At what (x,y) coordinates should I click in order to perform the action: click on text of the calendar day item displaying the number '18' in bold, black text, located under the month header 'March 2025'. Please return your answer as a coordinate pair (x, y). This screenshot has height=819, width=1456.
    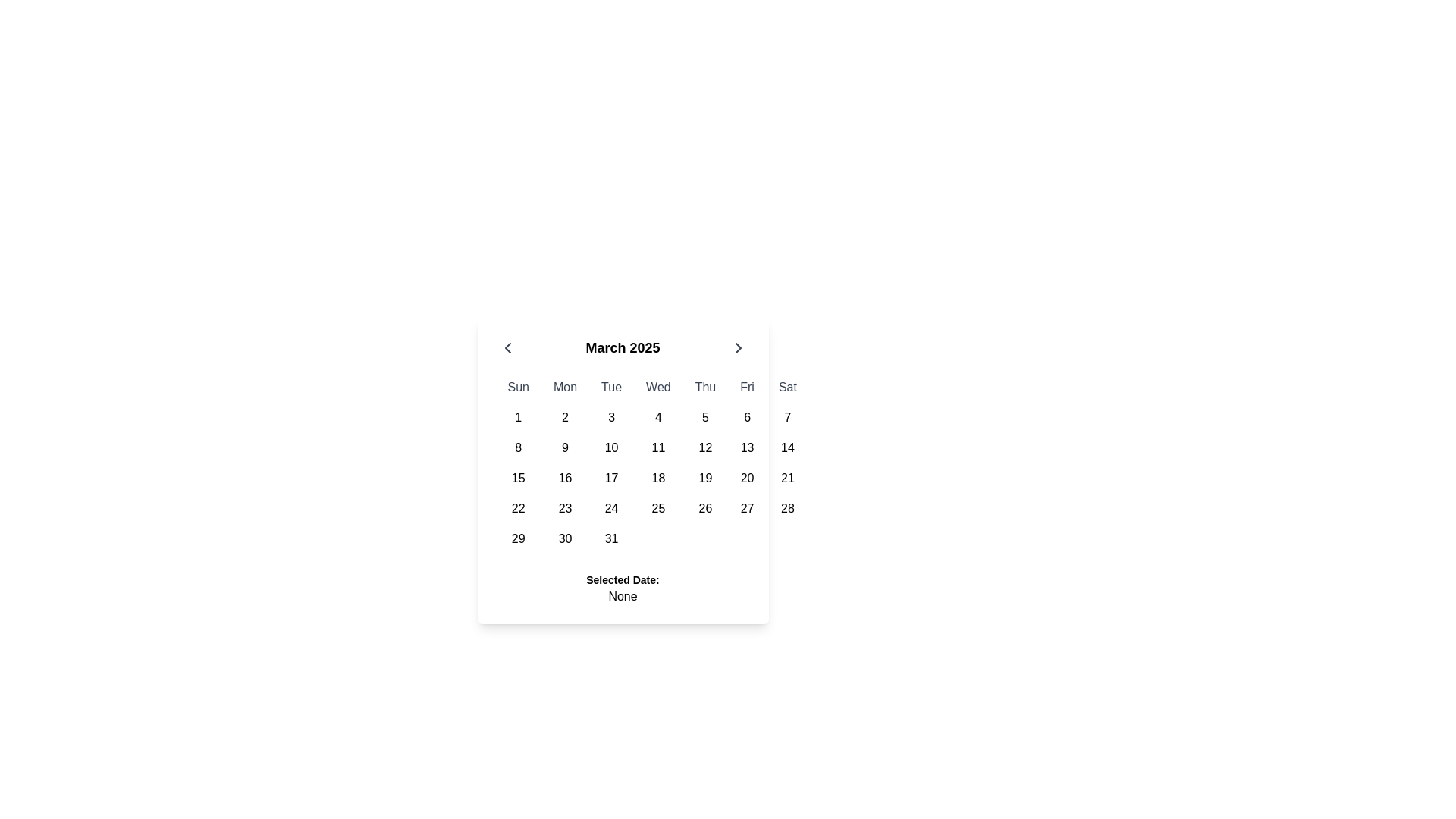
    Looking at the image, I should click on (658, 479).